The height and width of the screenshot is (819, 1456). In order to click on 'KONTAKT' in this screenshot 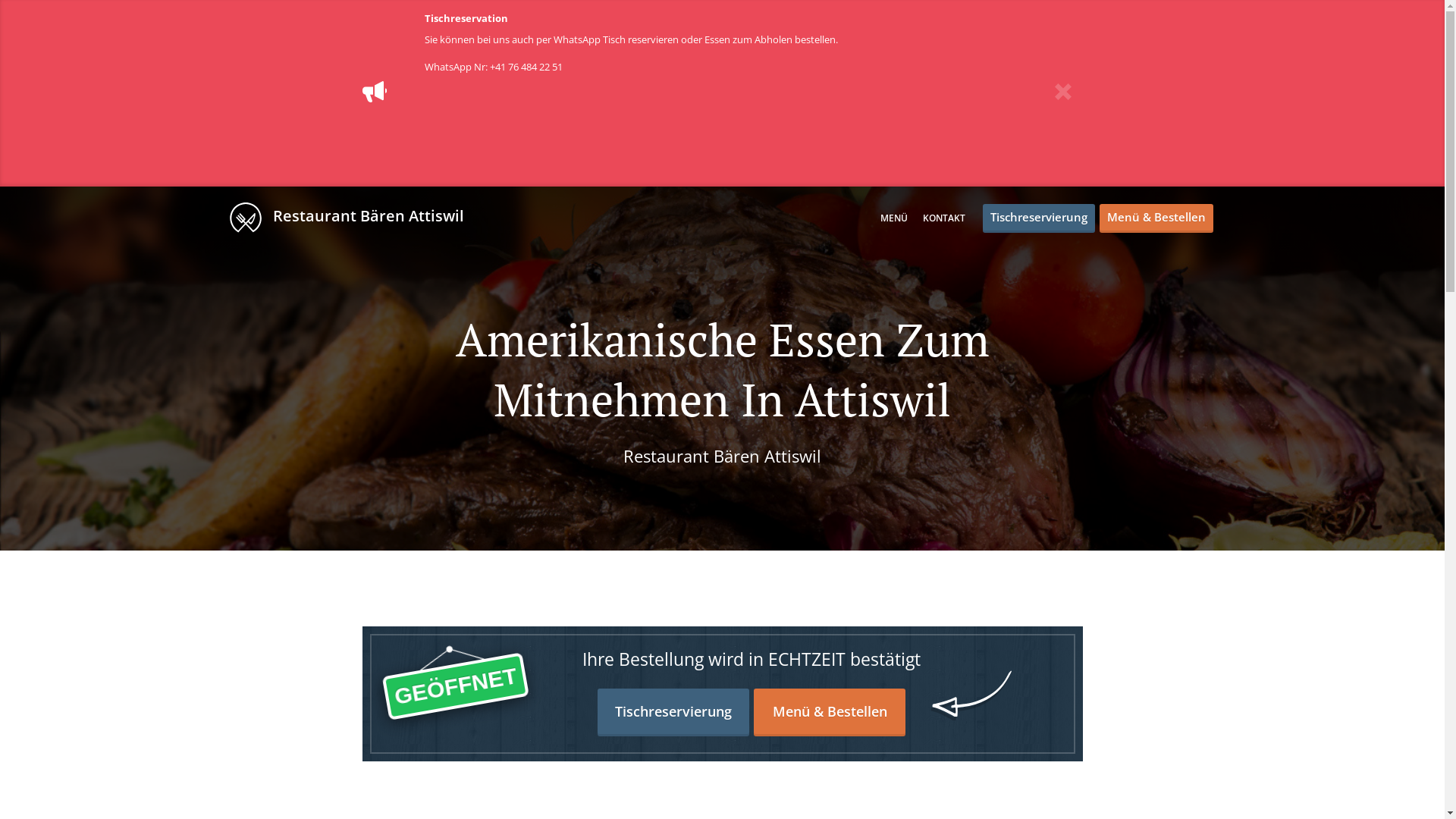, I will do `click(942, 218)`.